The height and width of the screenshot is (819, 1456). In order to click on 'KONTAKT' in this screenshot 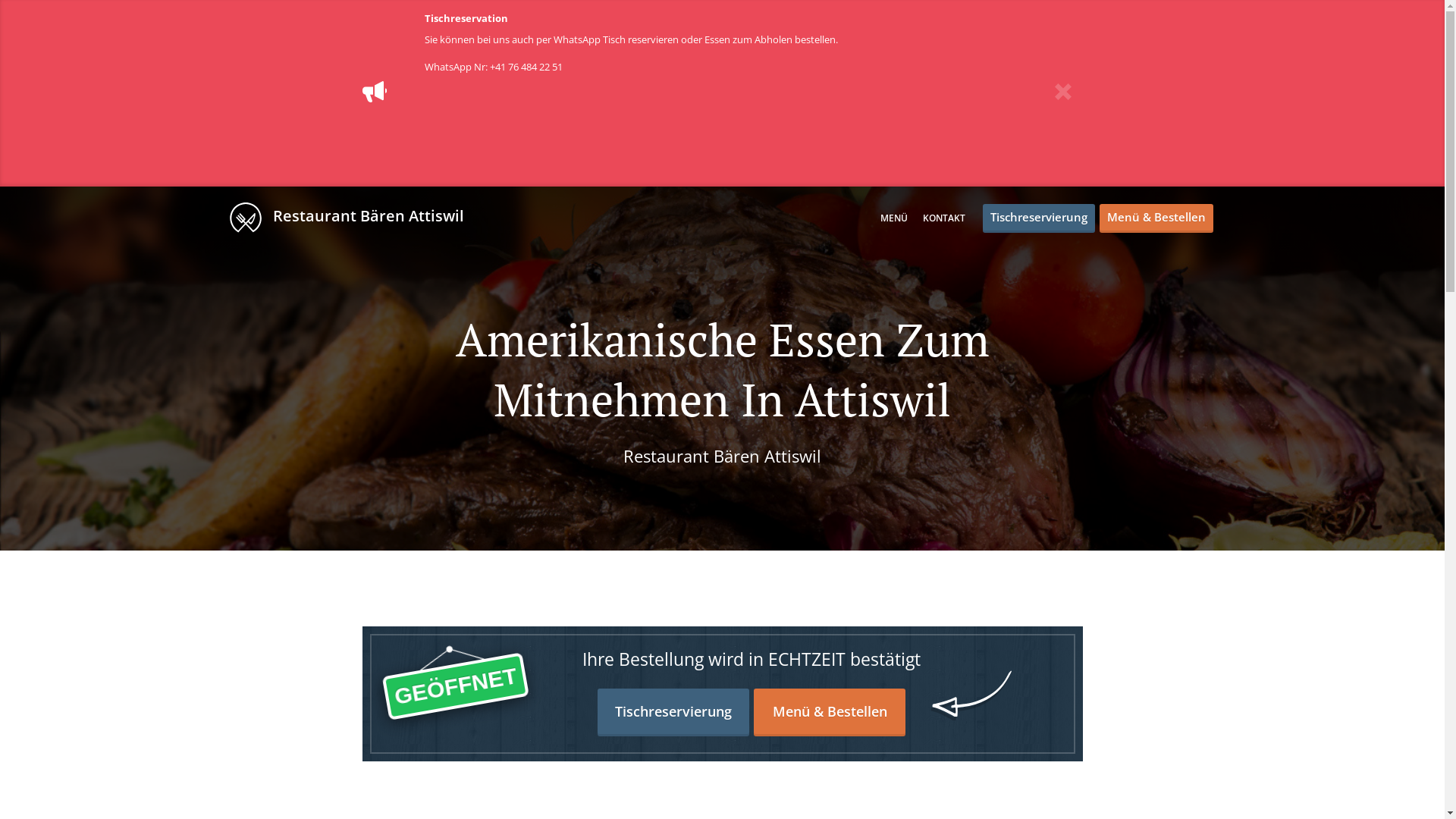, I will do `click(942, 218)`.